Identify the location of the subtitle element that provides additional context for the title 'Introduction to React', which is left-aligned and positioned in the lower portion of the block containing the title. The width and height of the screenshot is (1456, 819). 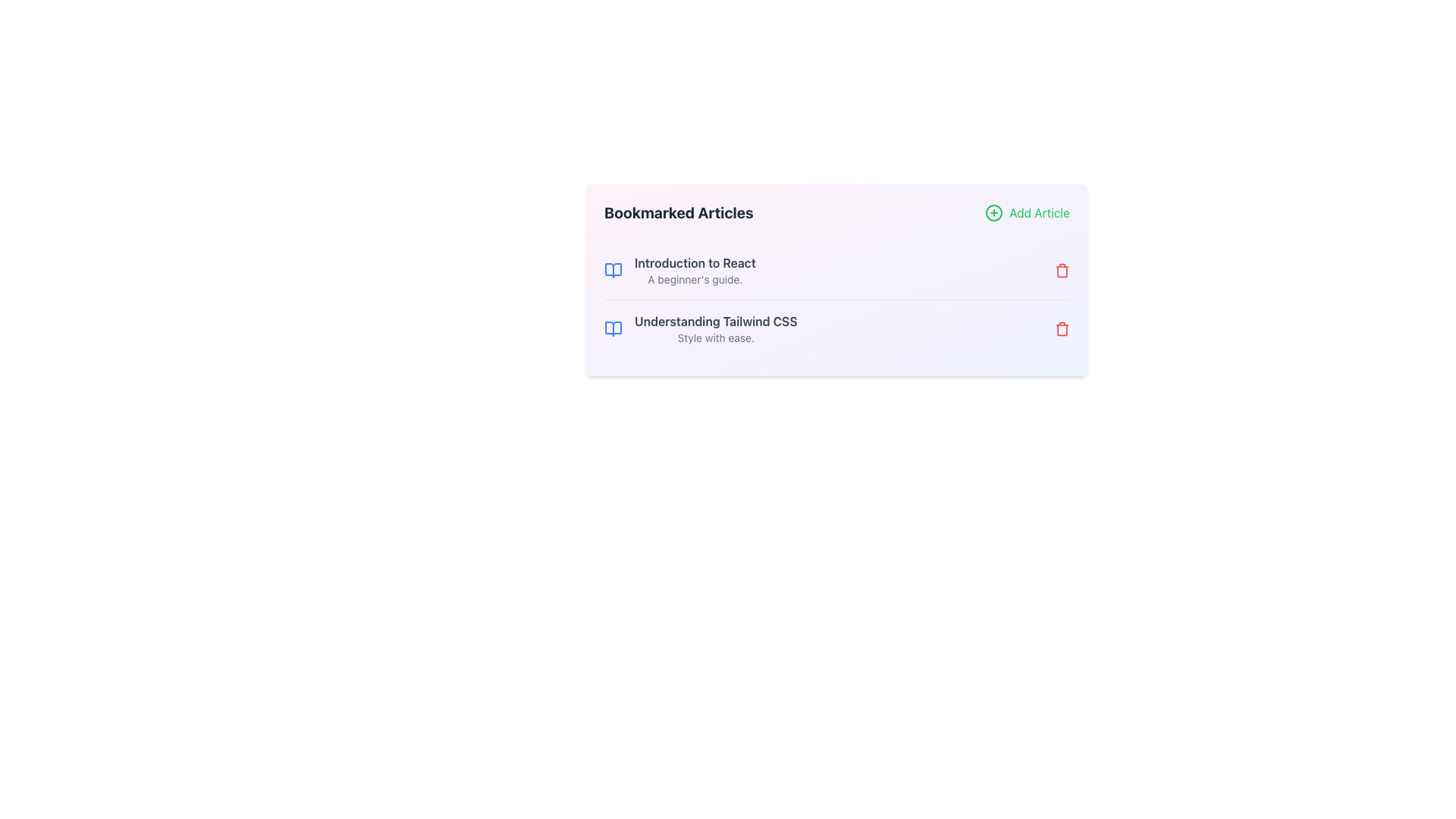
(694, 280).